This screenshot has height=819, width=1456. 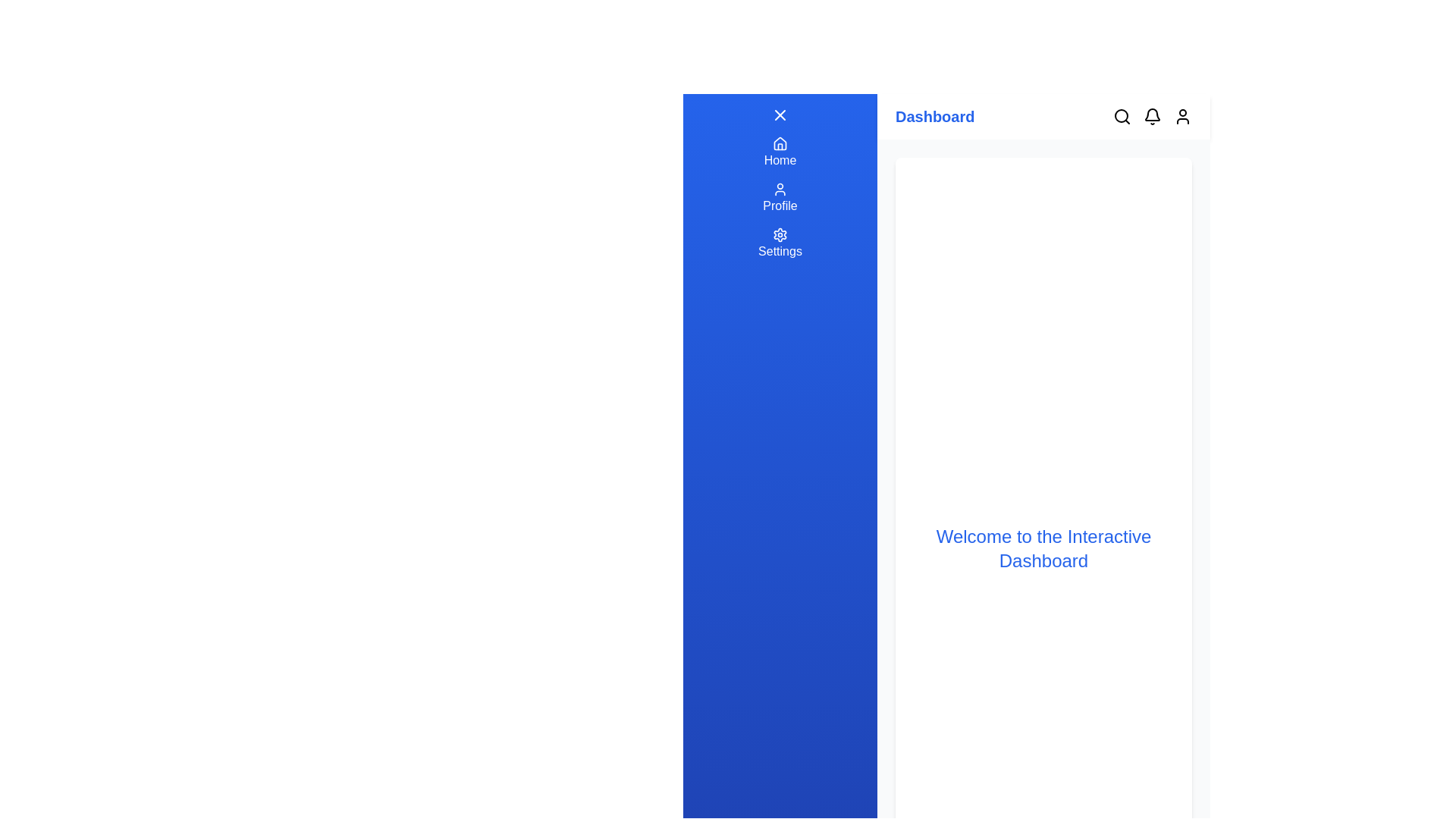 I want to click on the Notification Icon (bell), so click(x=1153, y=116).